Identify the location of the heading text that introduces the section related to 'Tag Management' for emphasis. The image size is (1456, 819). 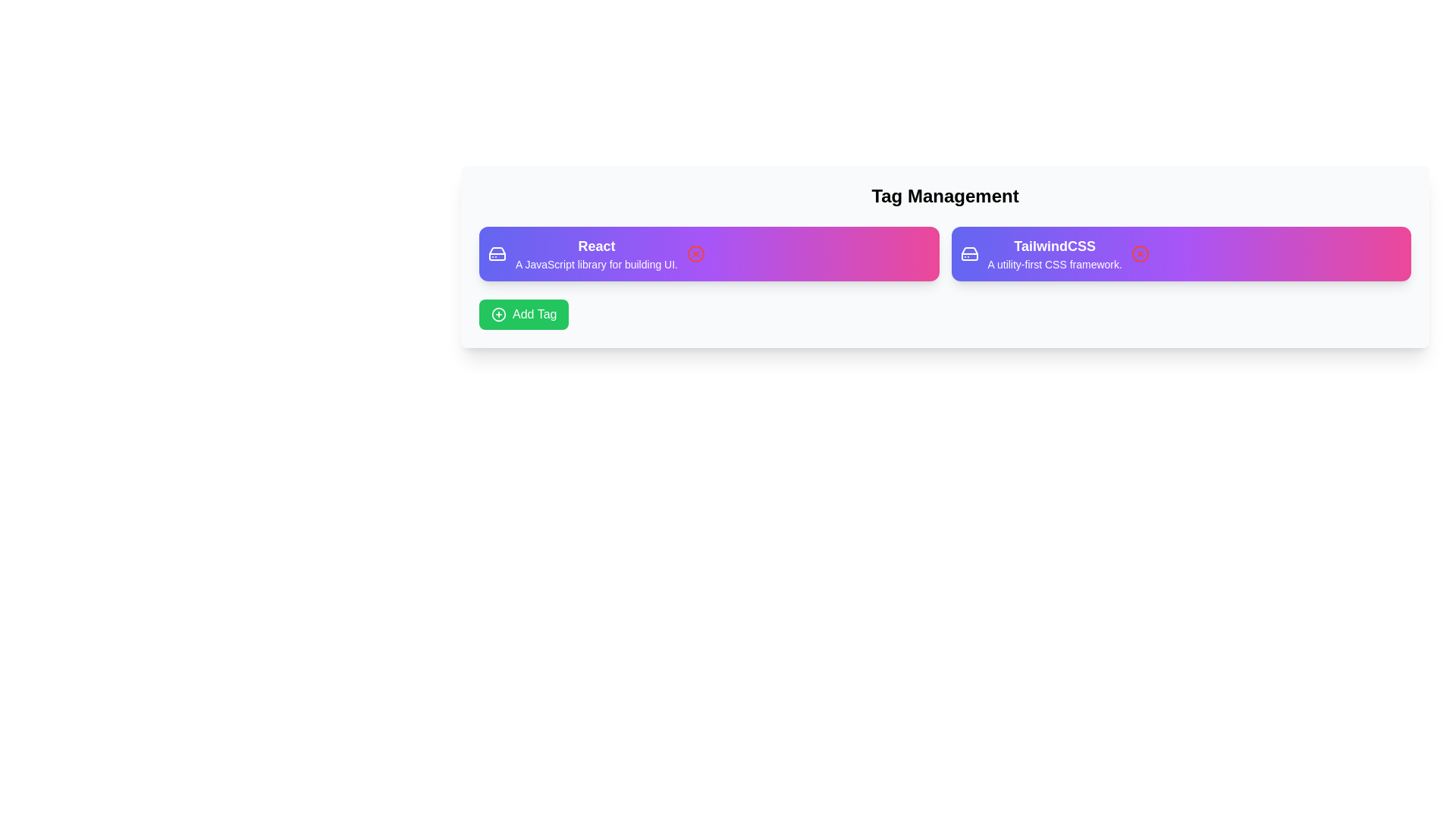
(944, 195).